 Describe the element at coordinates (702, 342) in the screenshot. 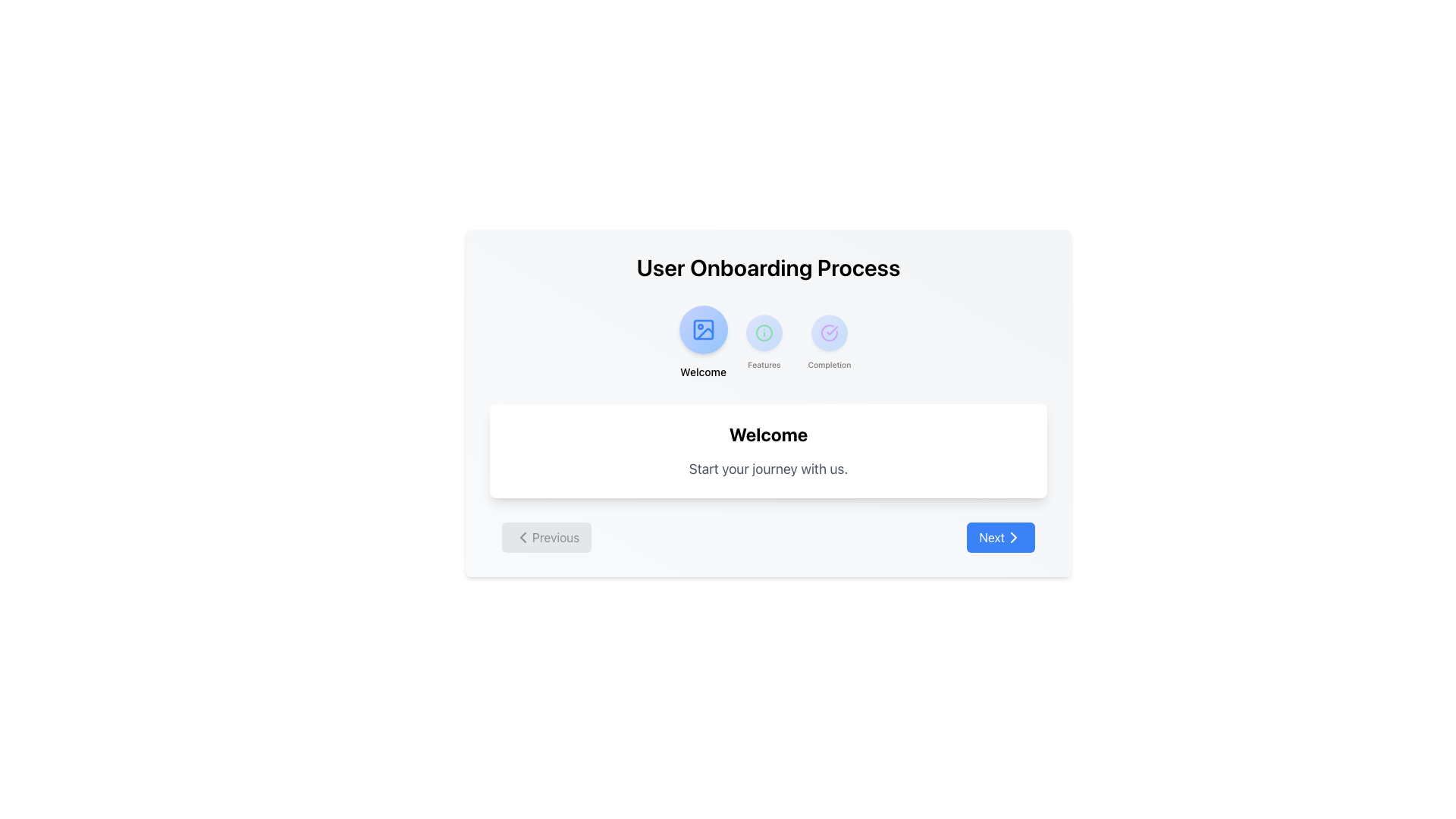

I see `the first Clickable Navigation Item labeled 'Welcome', which features a circular gradient background and an image icon` at that location.